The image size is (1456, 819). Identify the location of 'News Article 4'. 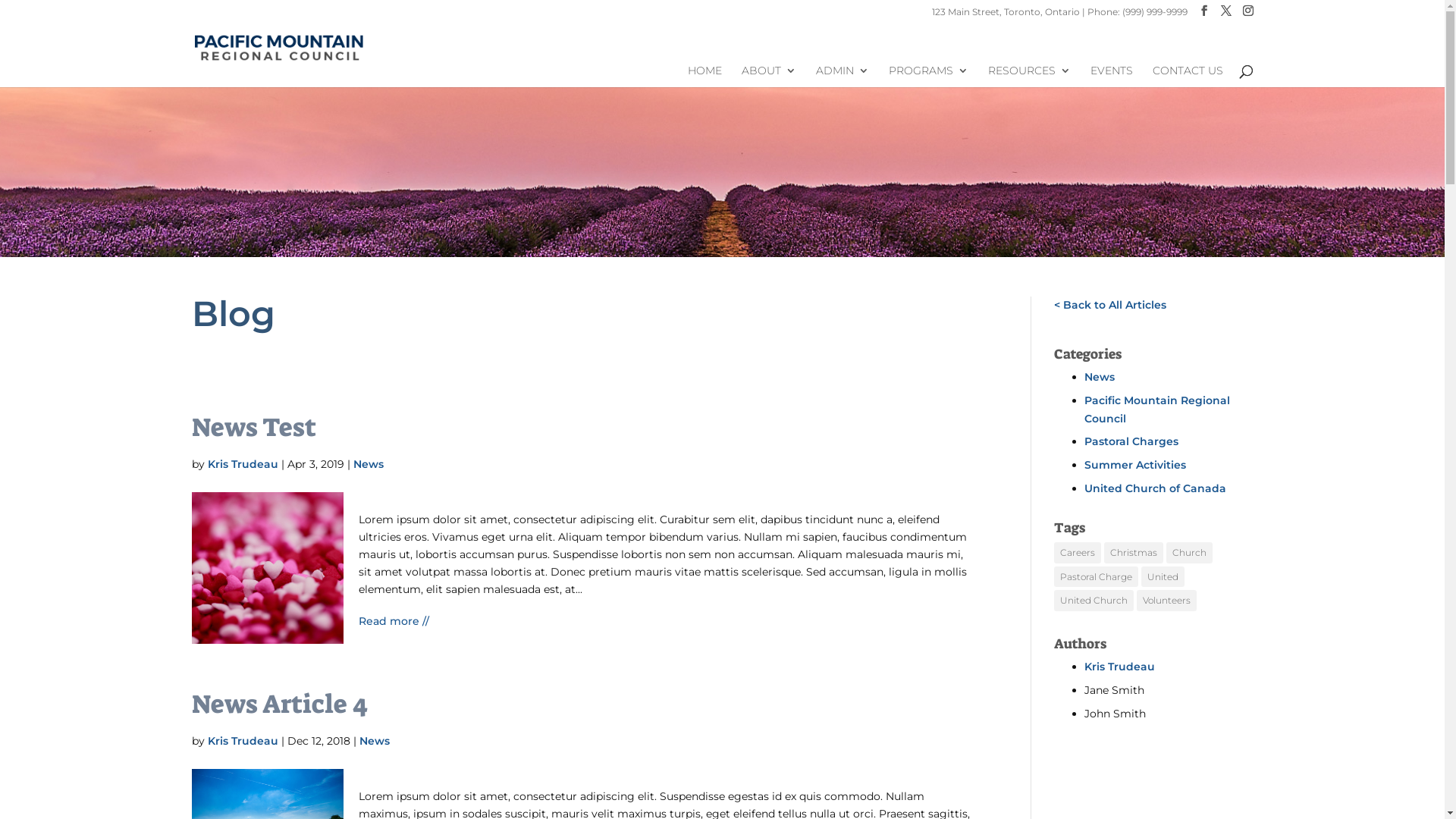
(279, 704).